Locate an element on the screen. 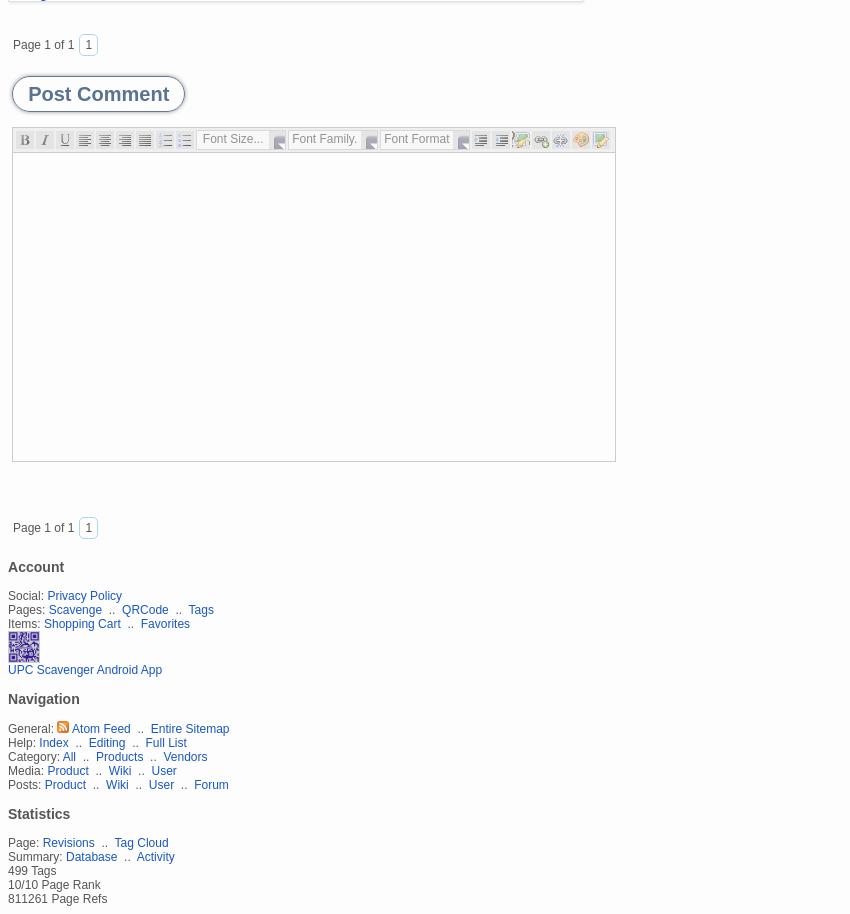 This screenshot has width=850, height=914. 'Category:' is located at coordinates (33, 755).